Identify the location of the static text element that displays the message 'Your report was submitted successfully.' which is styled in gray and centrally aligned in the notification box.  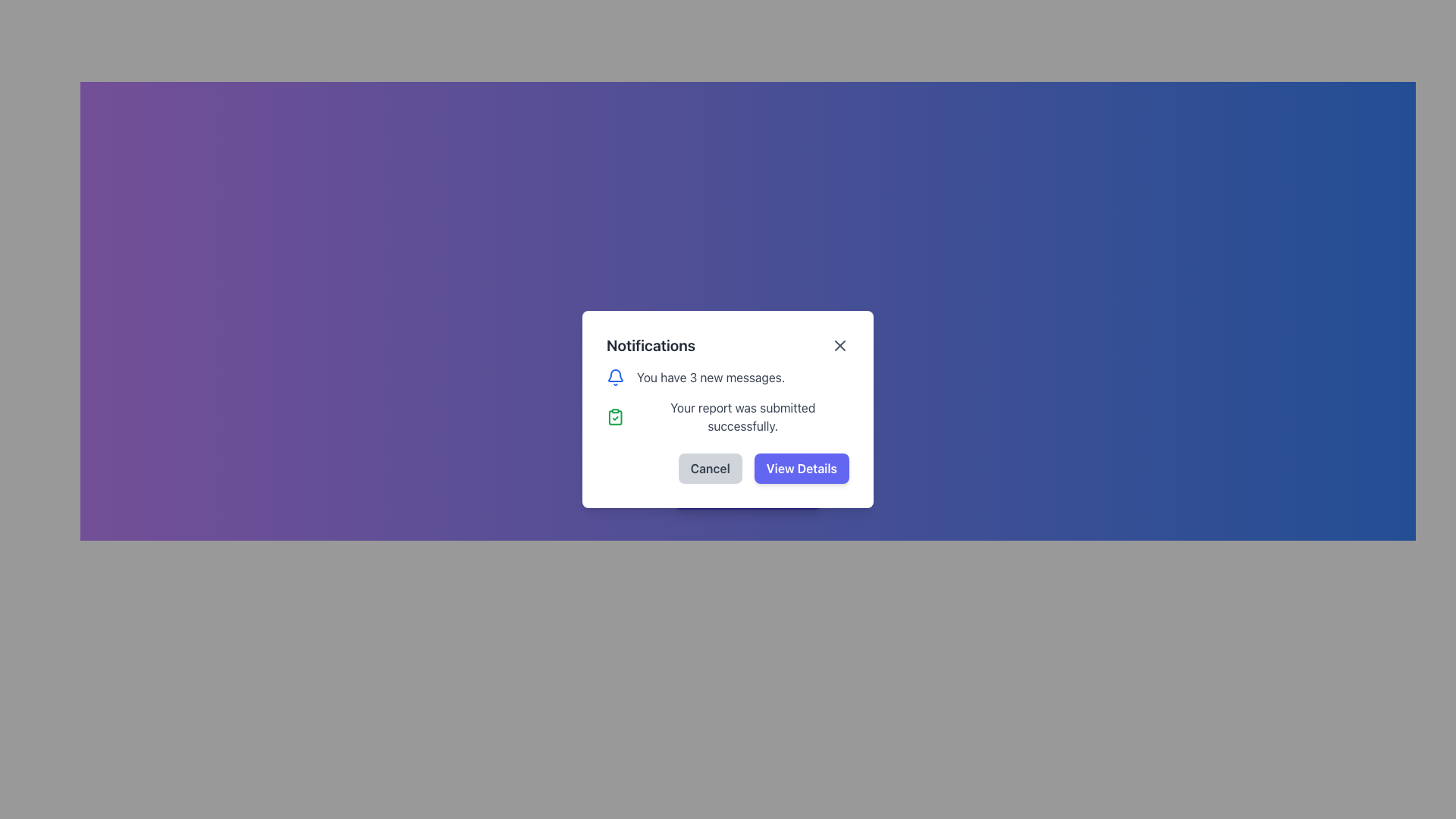
(742, 417).